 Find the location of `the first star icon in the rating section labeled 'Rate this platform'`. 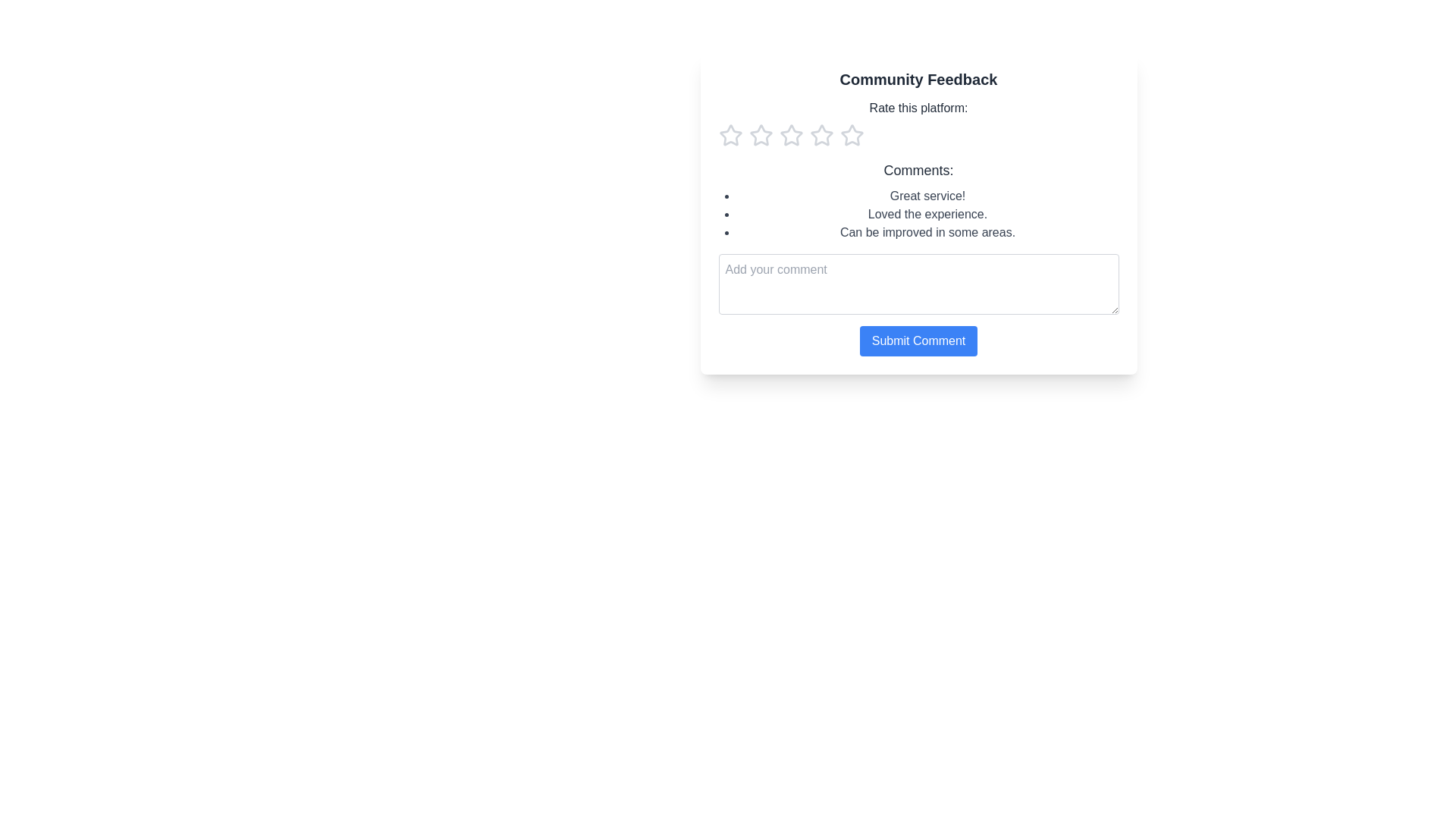

the first star icon in the rating section labeled 'Rate this platform' is located at coordinates (730, 134).